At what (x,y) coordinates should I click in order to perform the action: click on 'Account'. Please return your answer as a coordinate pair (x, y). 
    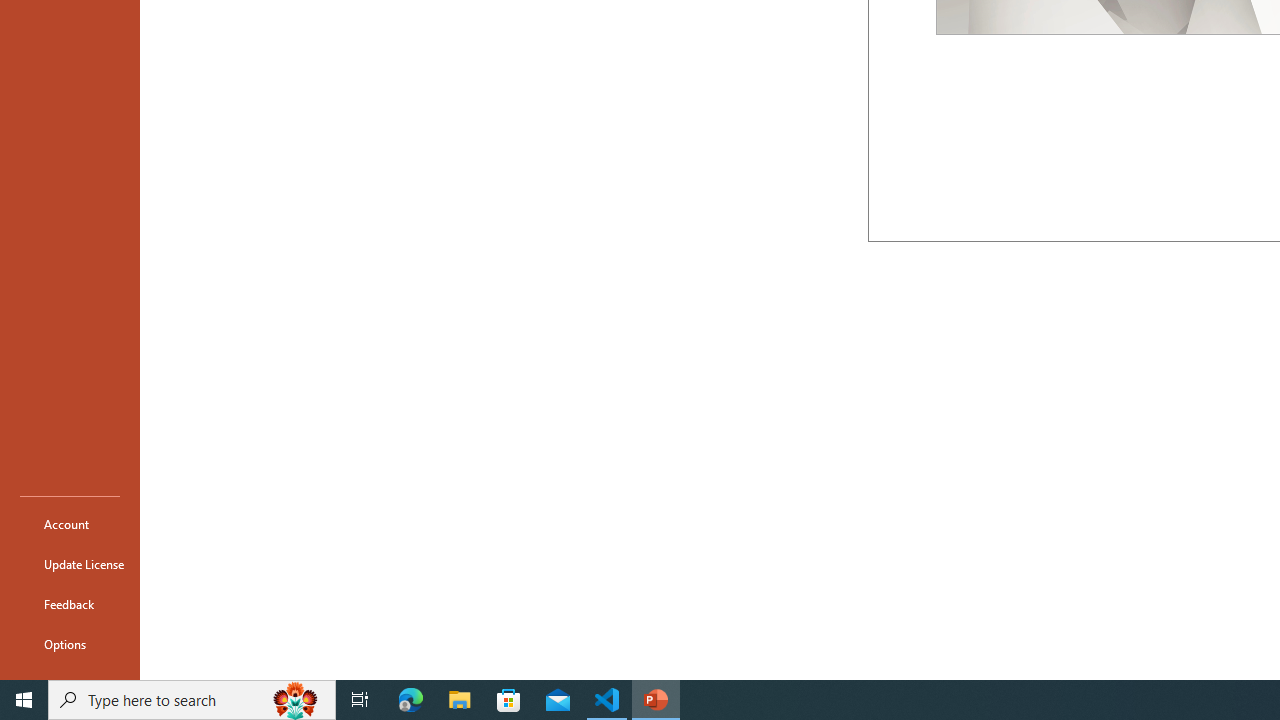
    Looking at the image, I should click on (69, 523).